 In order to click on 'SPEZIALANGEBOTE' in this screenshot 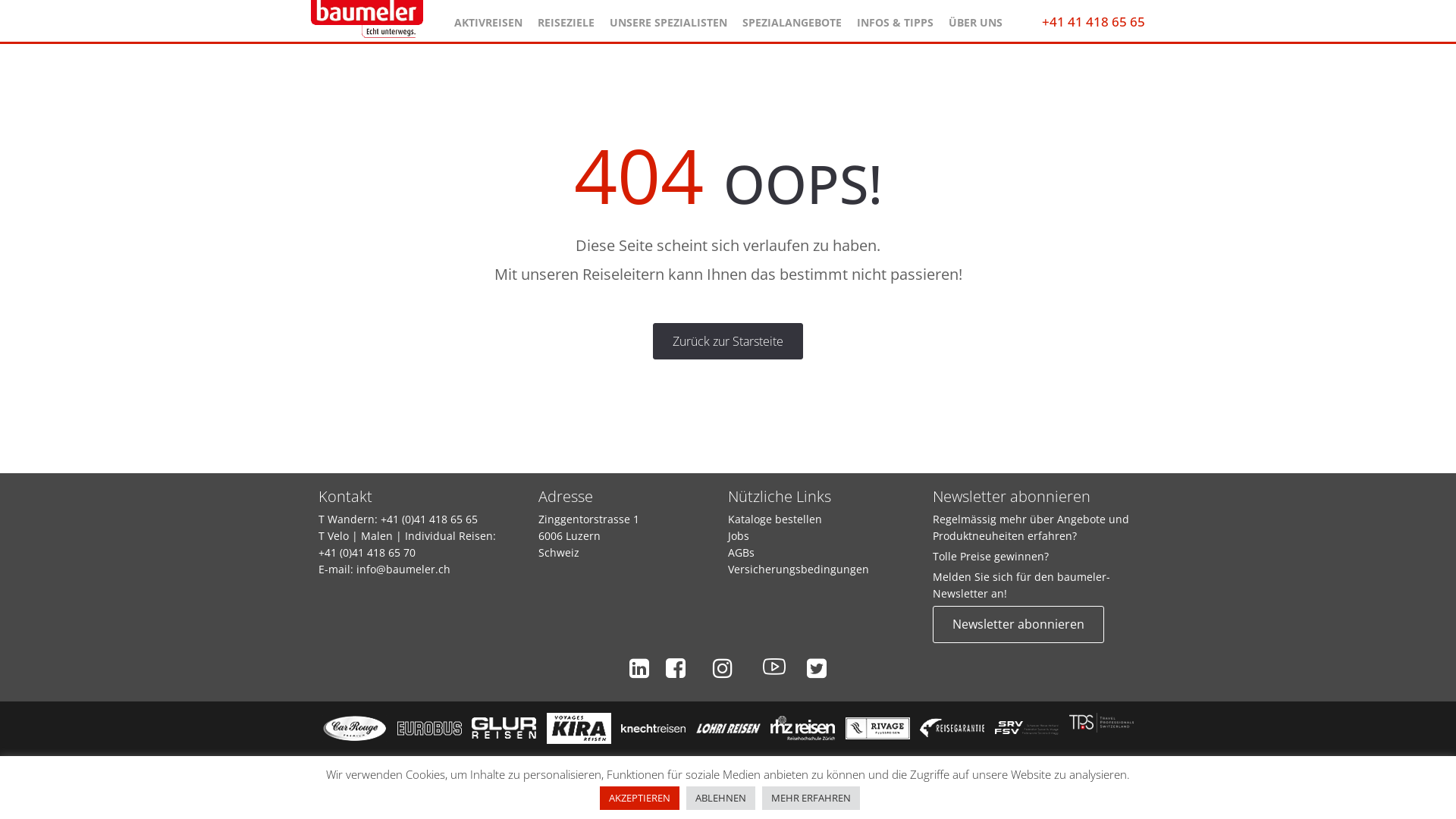, I will do `click(790, 18)`.